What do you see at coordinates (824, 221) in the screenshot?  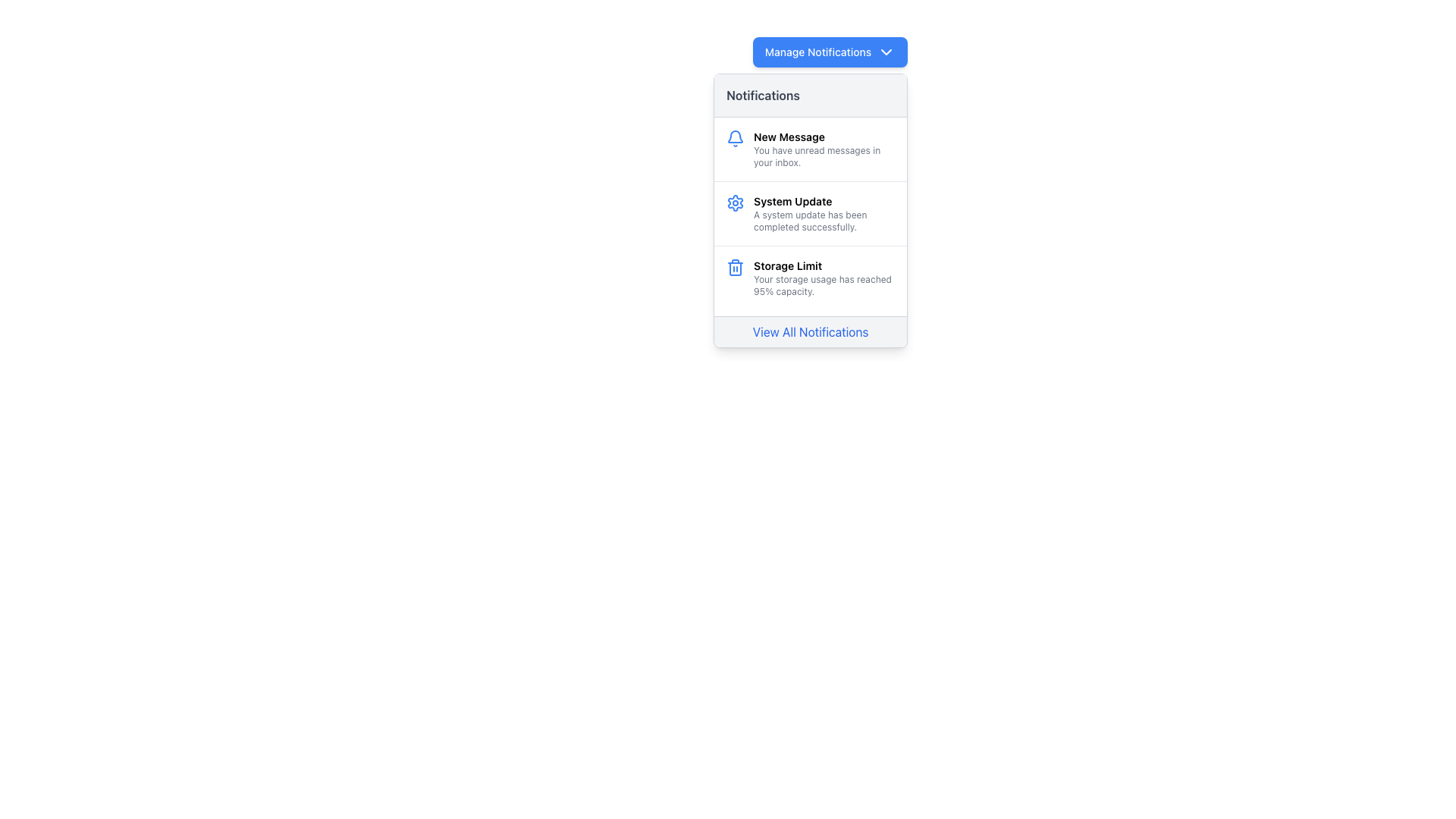 I see `the light gray text block that reads 'A system update has been completed successfully.', positioned directly under the bolded title 'System Update' in the notification panel` at bounding box center [824, 221].